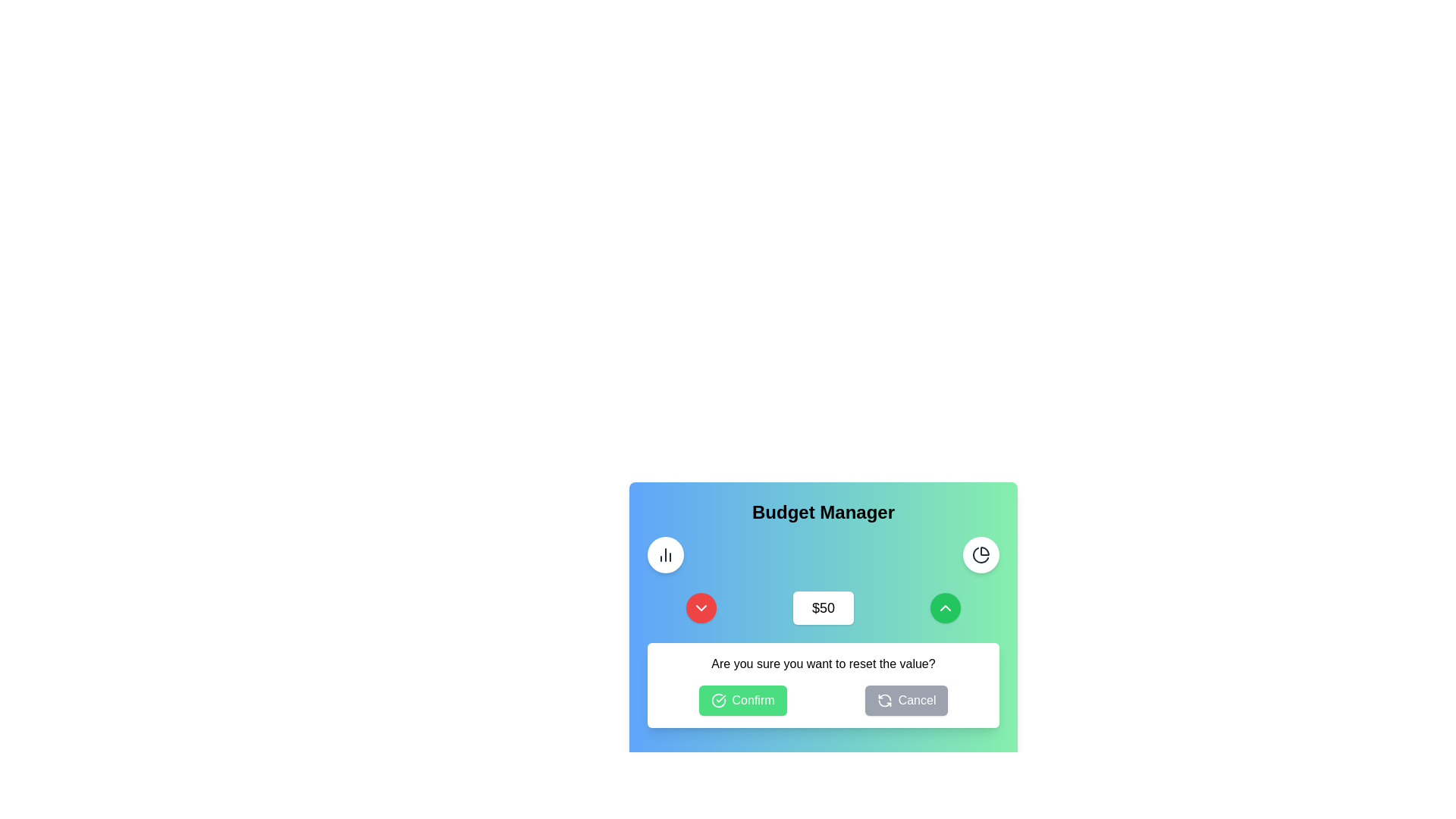 Image resolution: width=1456 pixels, height=819 pixels. Describe the element at coordinates (742, 701) in the screenshot. I see `the confirmation button located in the 'Budget Manager' interface dialog to confirm the action` at that location.